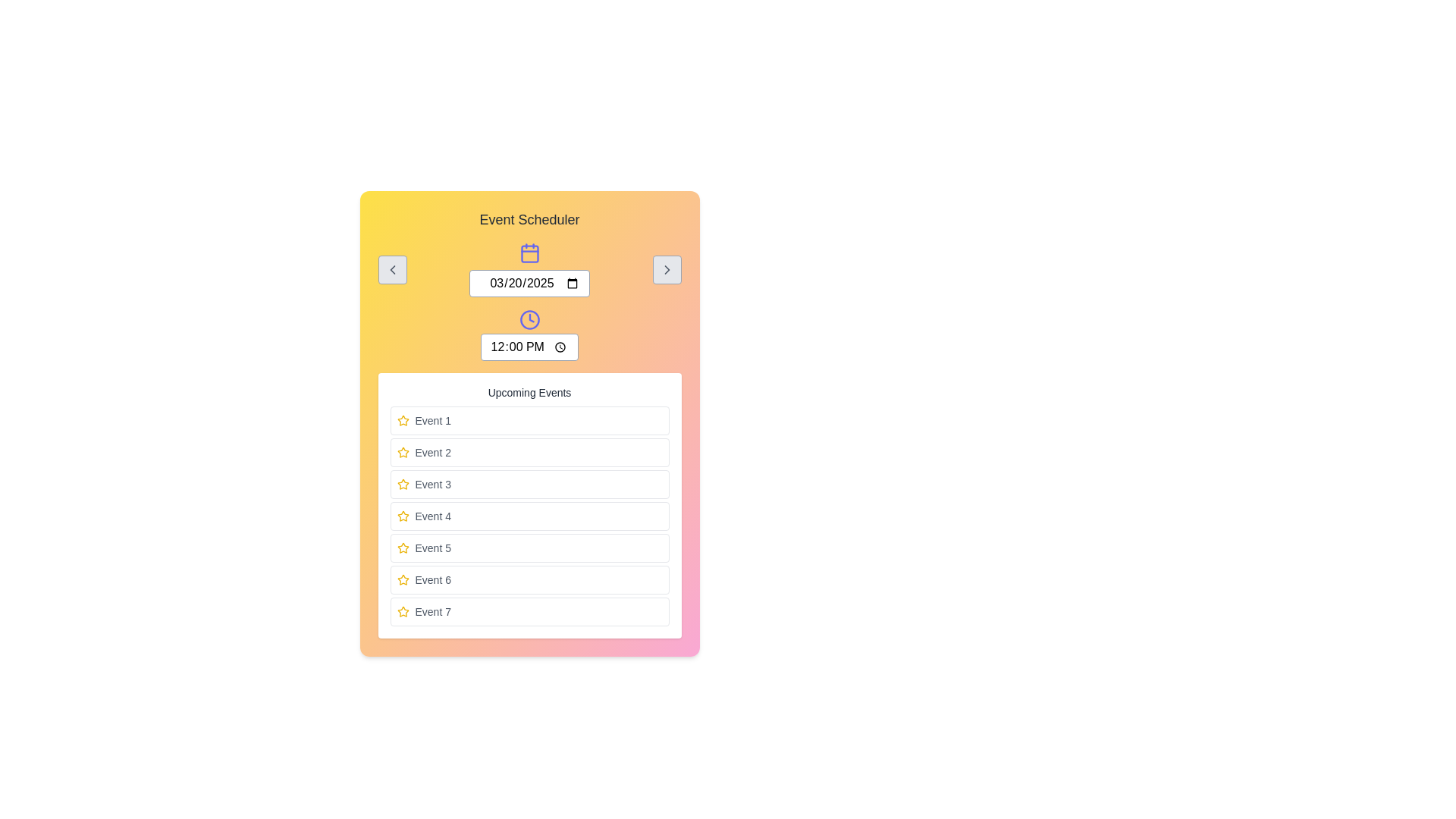 This screenshot has width=1456, height=819. What do you see at coordinates (529, 253) in the screenshot?
I see `the decorative shape within the calendar icon in the Event Scheduler interface, positioned above the date input field` at bounding box center [529, 253].